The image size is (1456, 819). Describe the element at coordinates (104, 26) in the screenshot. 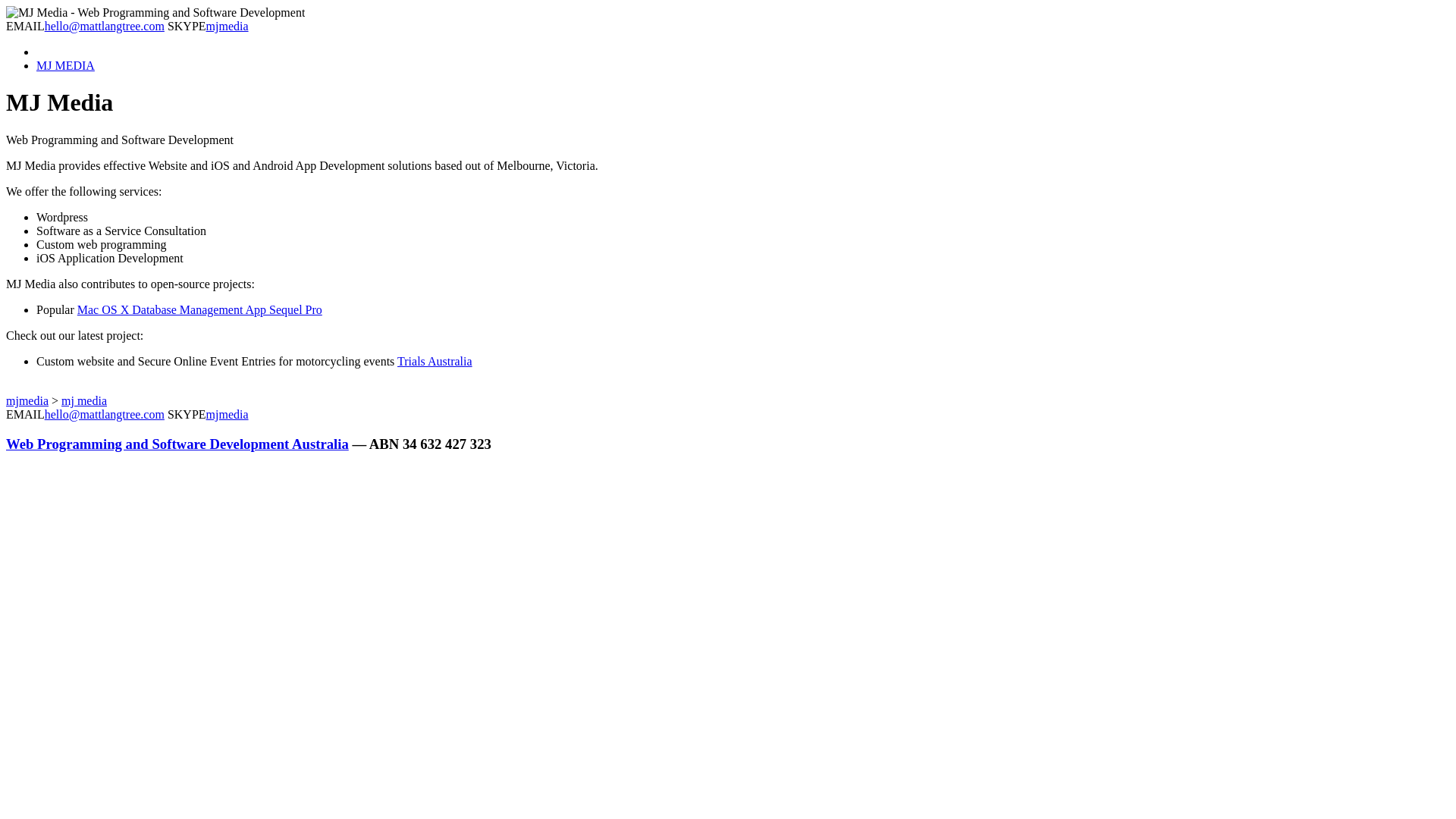

I see `'hello@mattlangtree.com'` at that location.